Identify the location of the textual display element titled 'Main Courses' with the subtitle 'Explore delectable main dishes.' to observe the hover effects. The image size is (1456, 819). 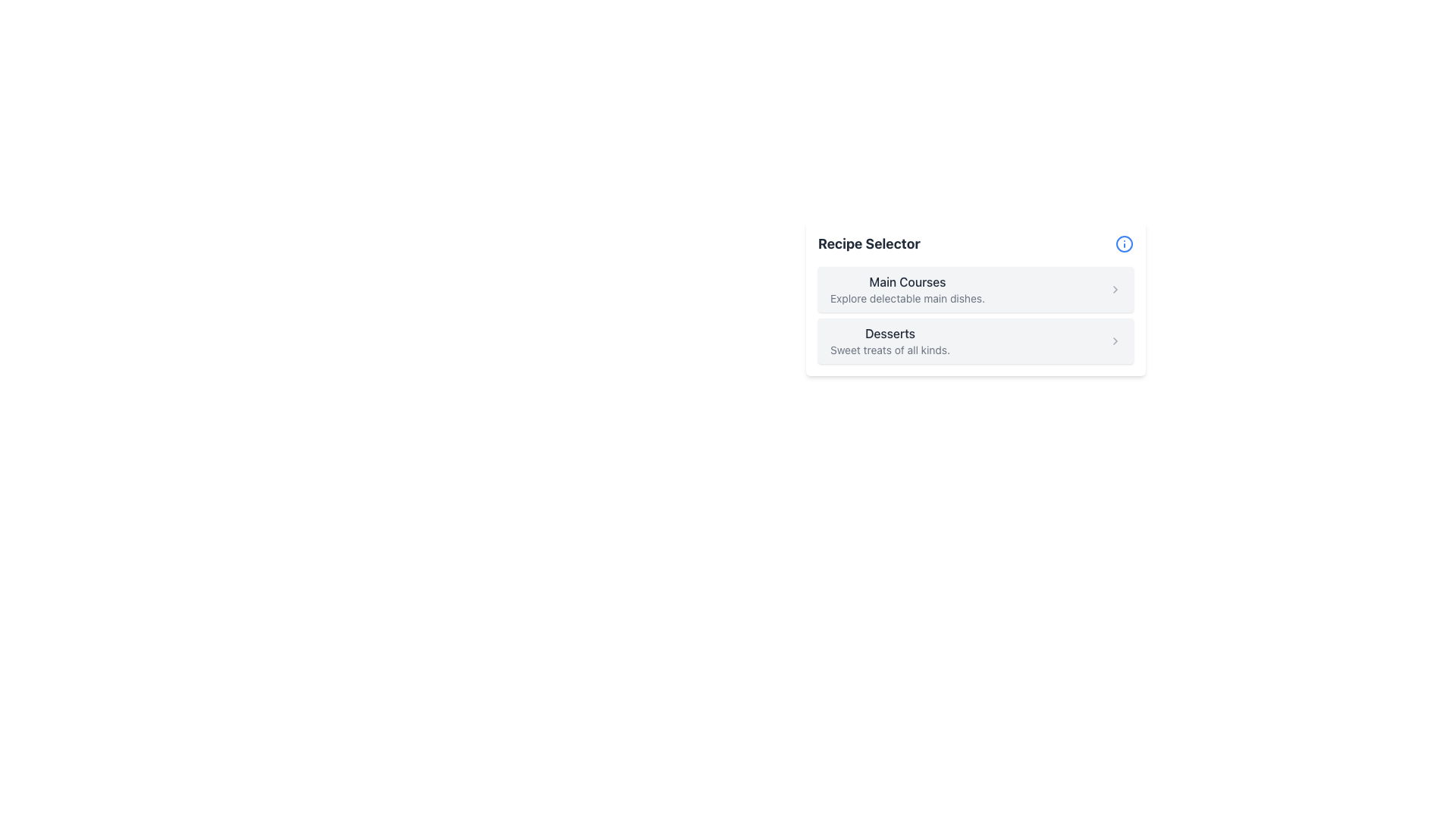
(907, 289).